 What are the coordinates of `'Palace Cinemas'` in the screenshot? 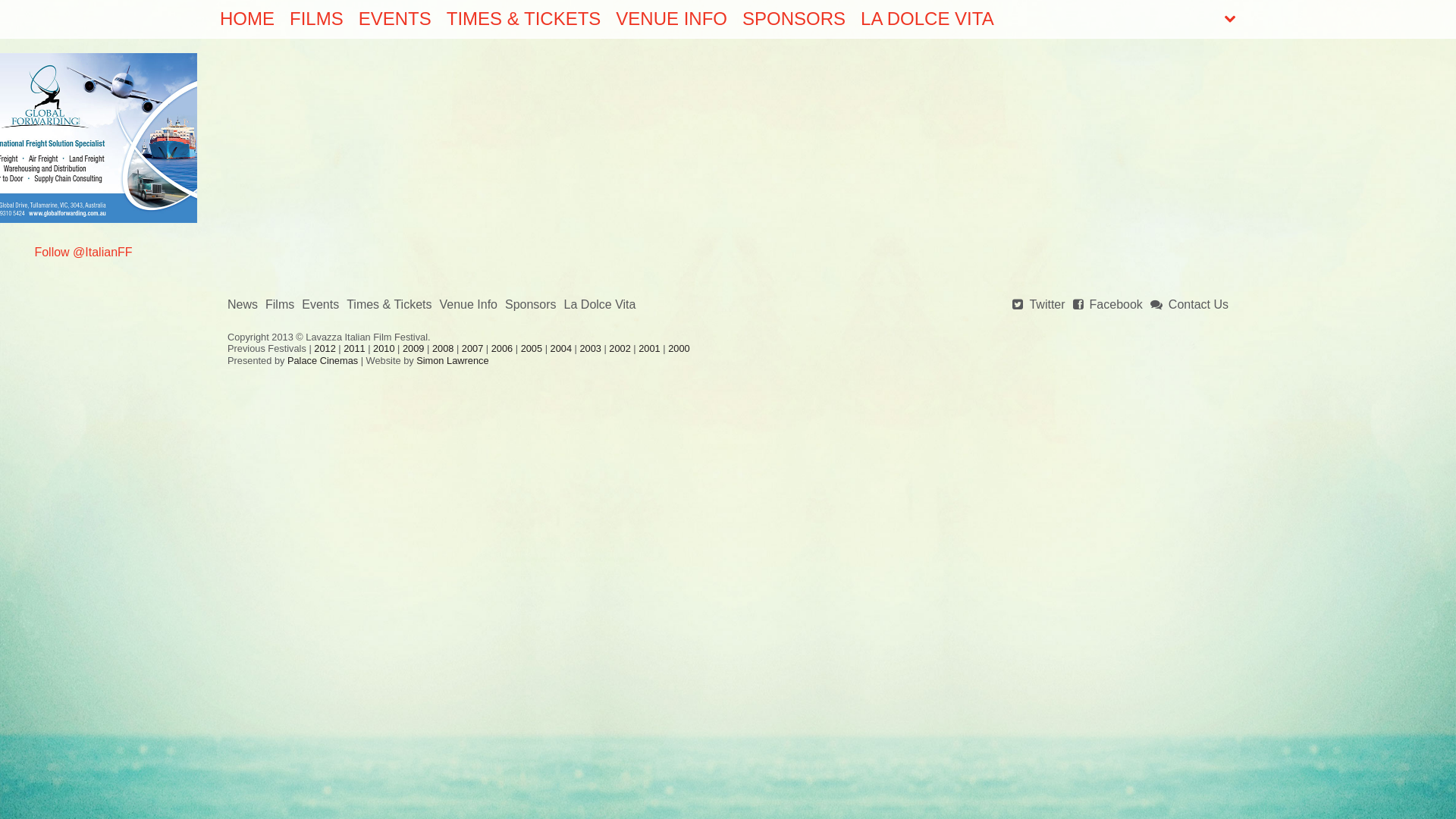 It's located at (322, 360).